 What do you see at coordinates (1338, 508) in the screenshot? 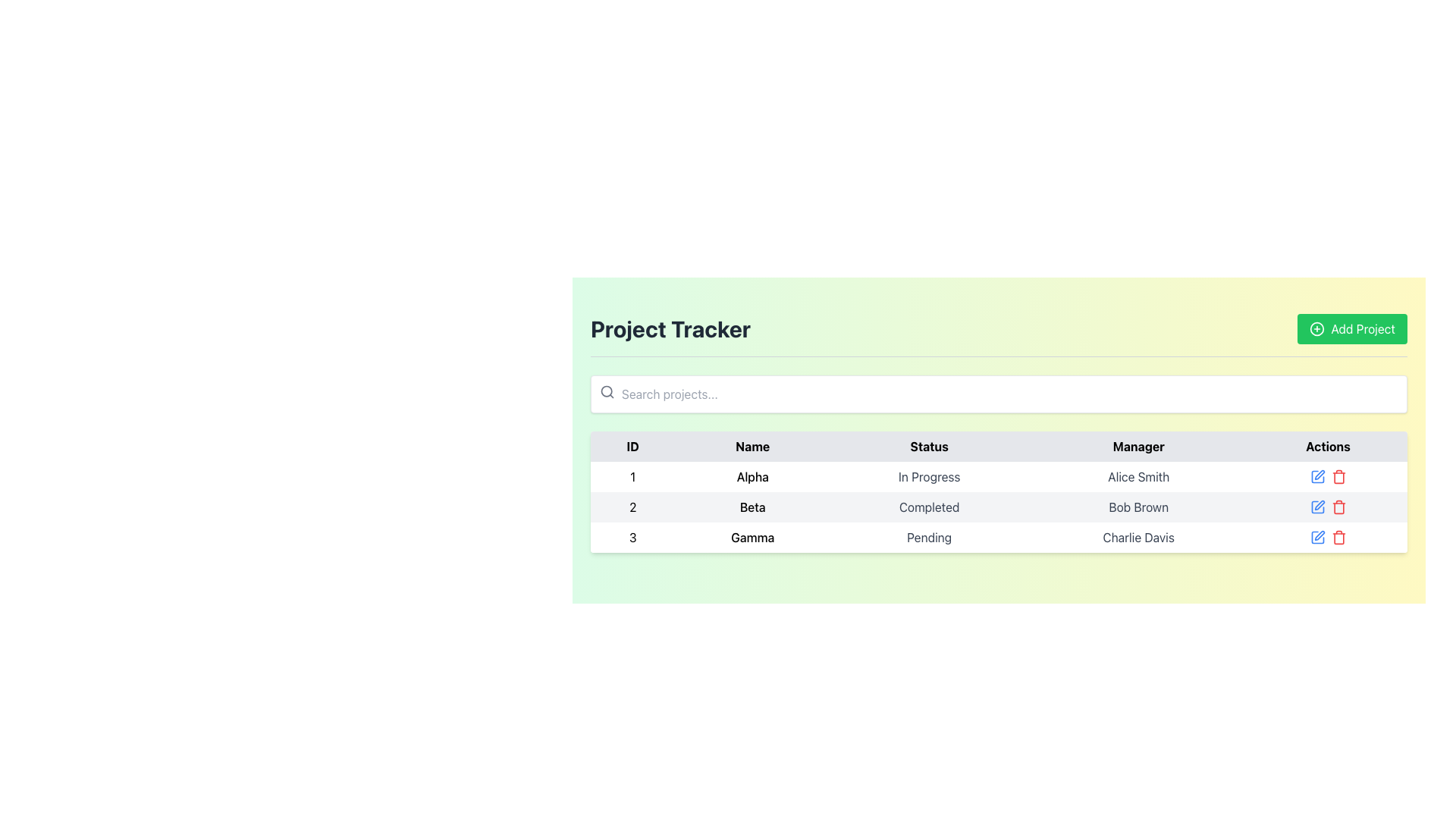
I see `the trash icon in the Actions column for the entry 'Beta' managed by 'Bob Brown', which is visually represented as a rectangular shape with curved edges` at bounding box center [1338, 508].